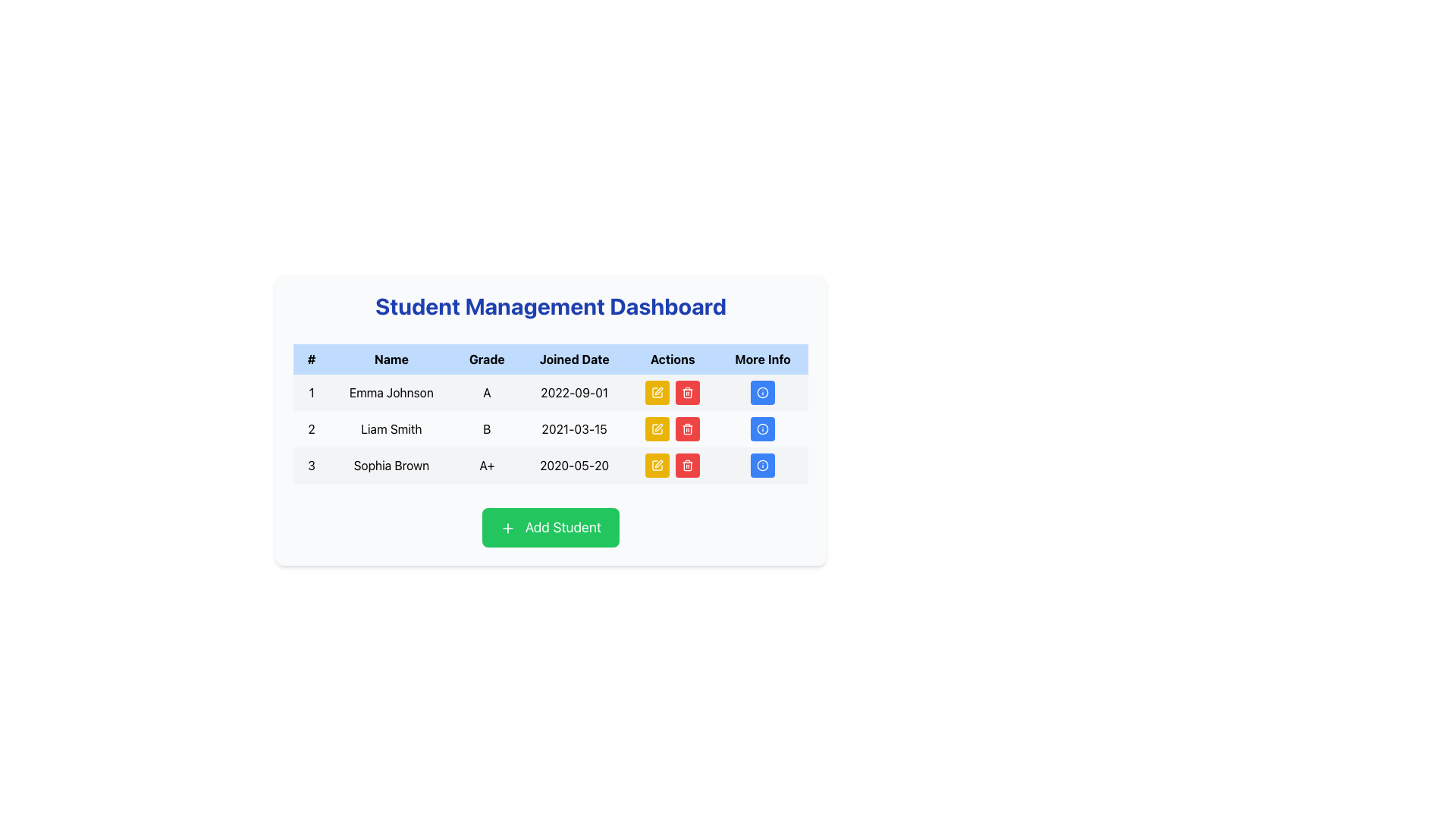 The height and width of the screenshot is (819, 1456). Describe the element at coordinates (687, 429) in the screenshot. I see `the trash can icon with a red background in the 'Actions' column of the second row to initiate a delete action for the individual named 'Liam Smith.'` at that location.